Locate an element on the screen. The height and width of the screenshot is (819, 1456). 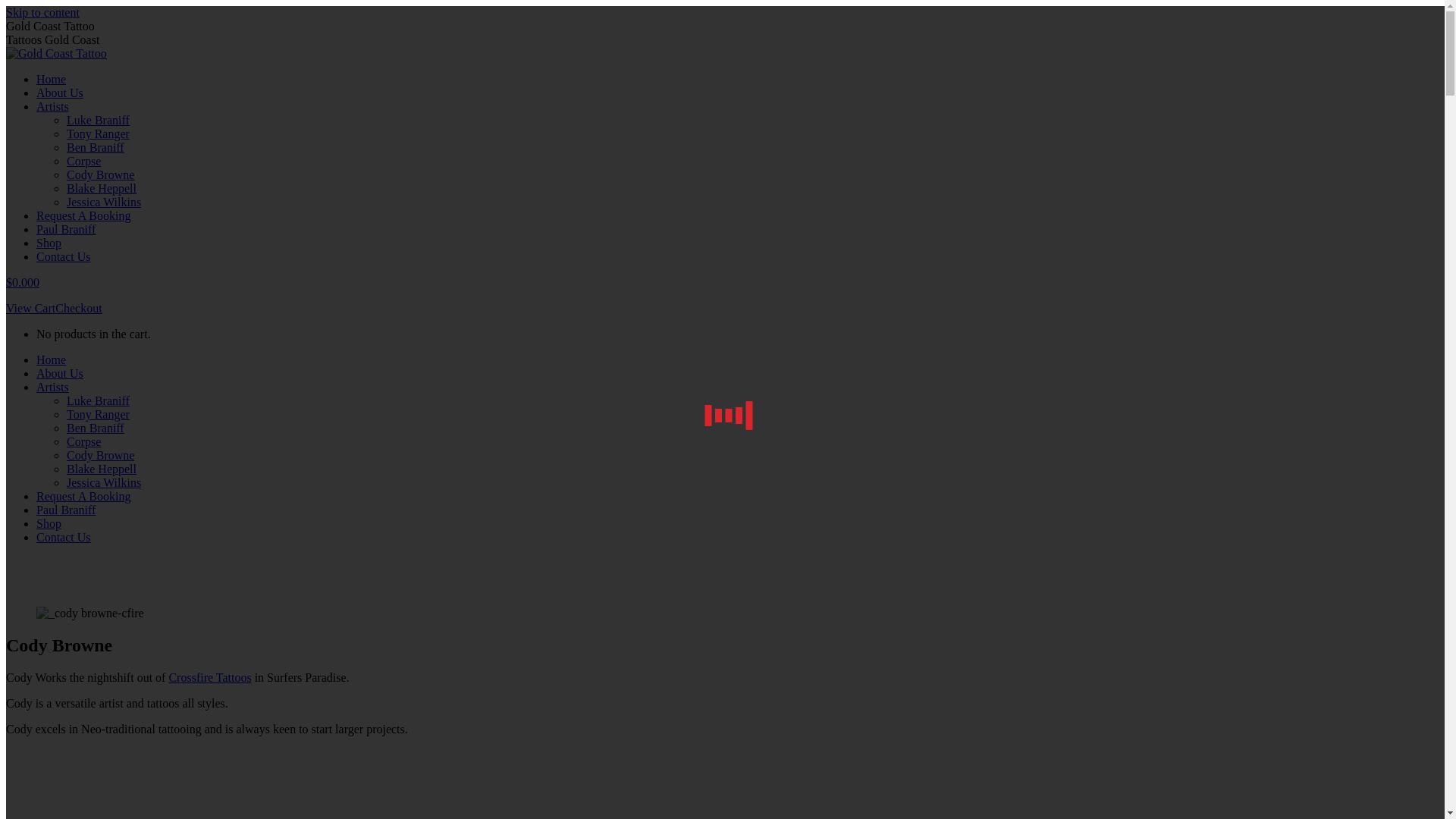
'Blake Heppell' is located at coordinates (101, 187).